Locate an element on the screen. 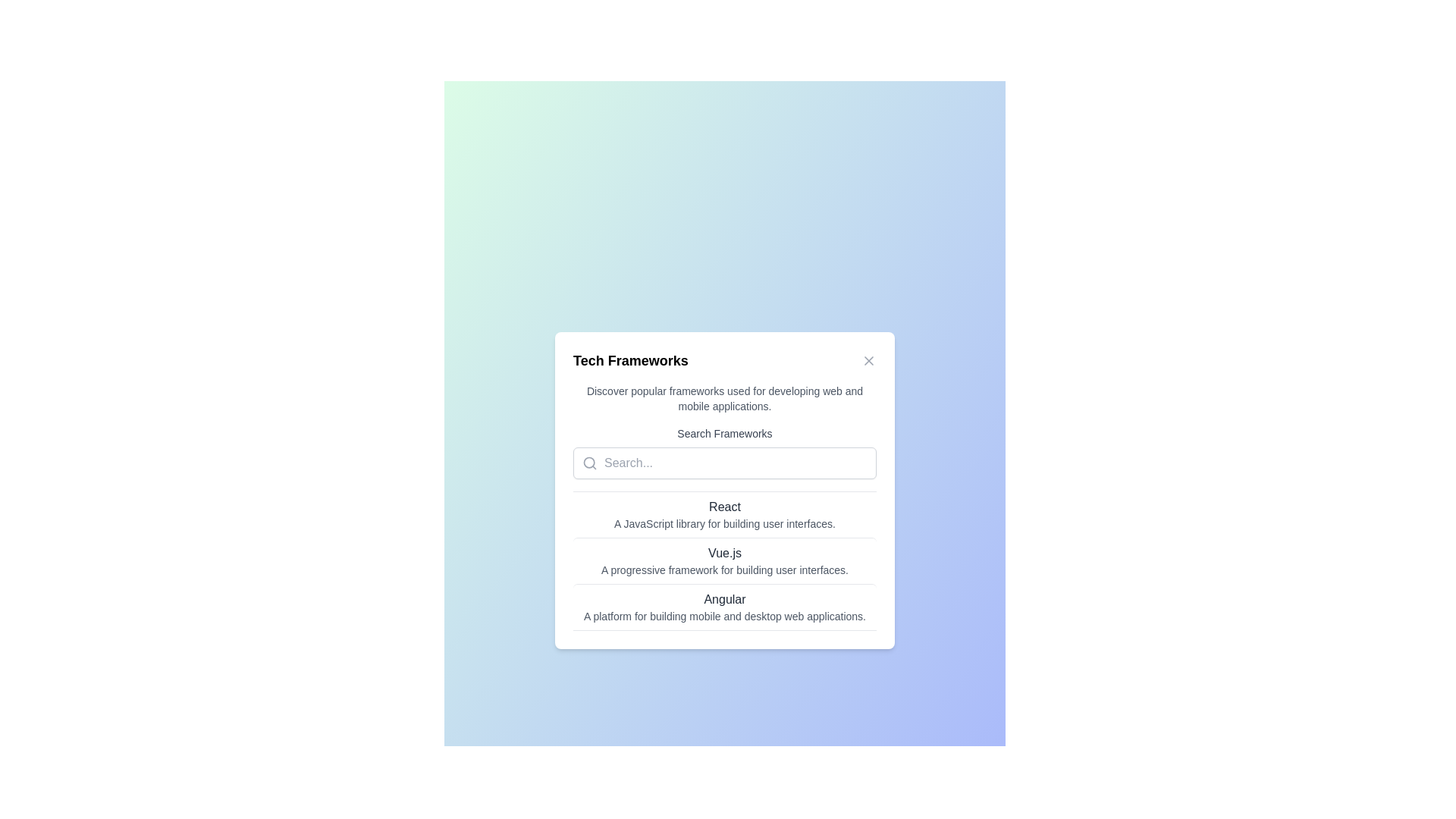 This screenshot has width=1456, height=819. the informational card providing a description of the Angular framework, which is the third item in the 'Tech Frameworks' list is located at coordinates (723, 606).